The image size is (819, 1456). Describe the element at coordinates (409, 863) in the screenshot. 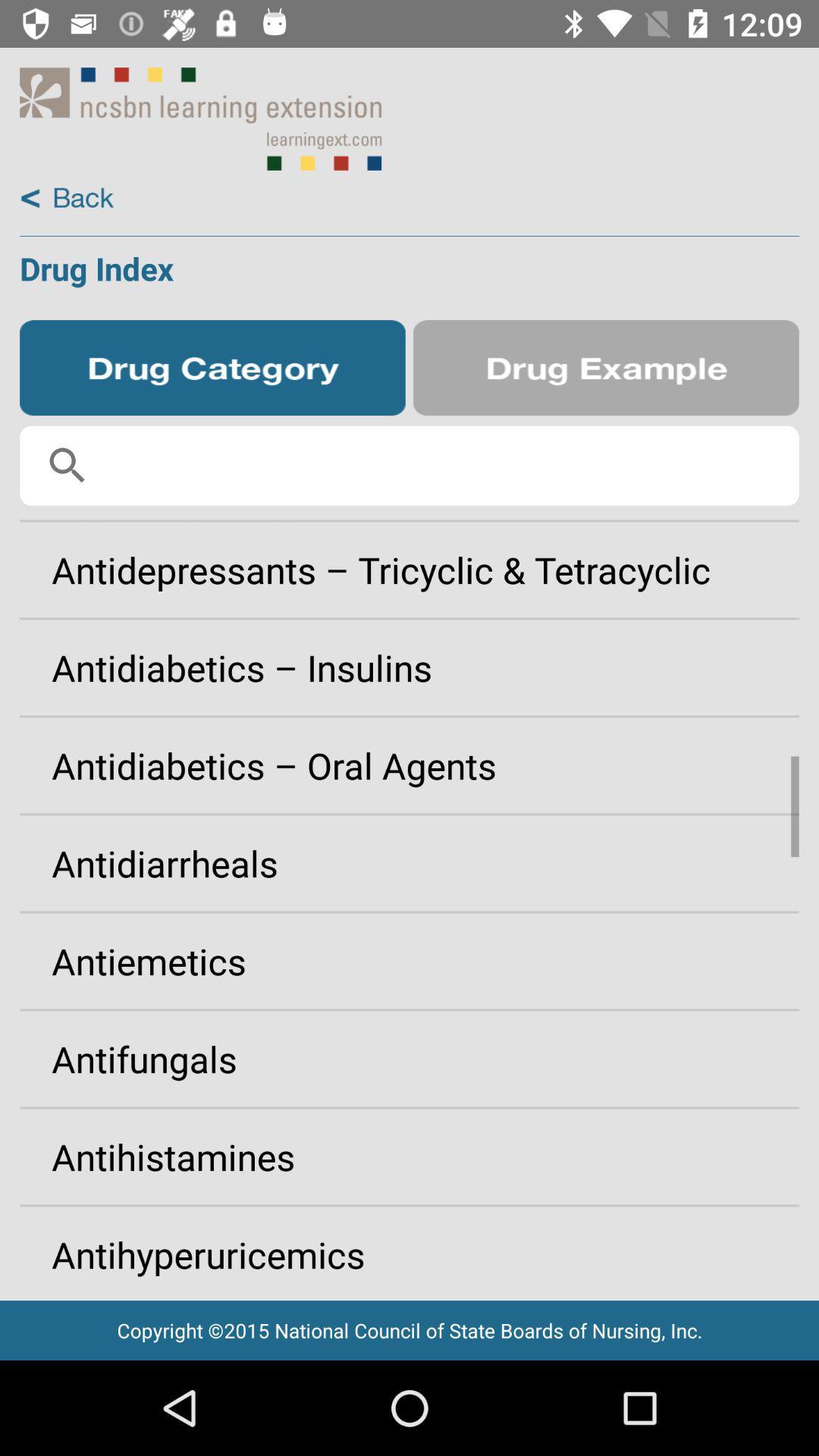

I see `icon above the antiemetics icon` at that location.